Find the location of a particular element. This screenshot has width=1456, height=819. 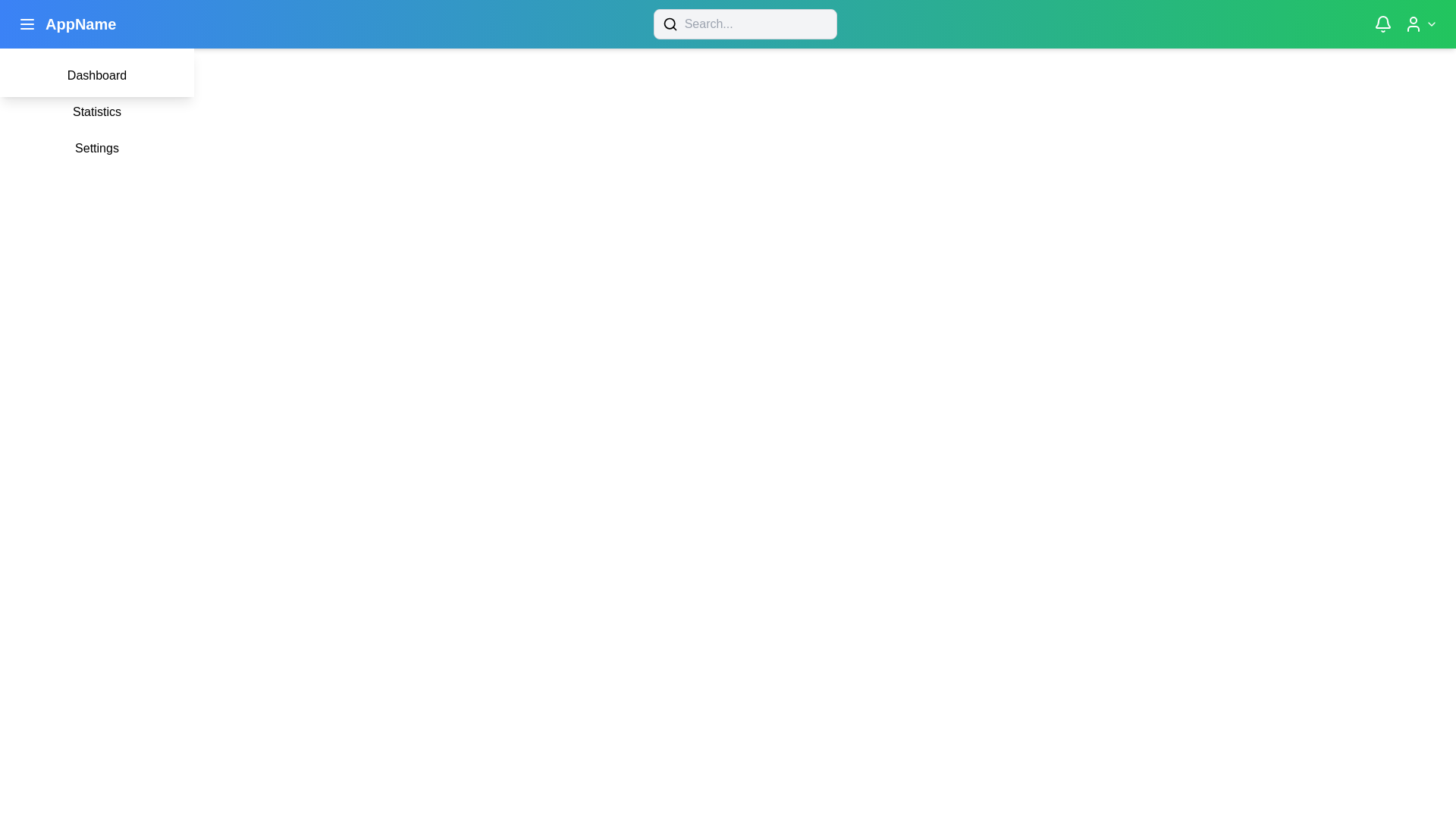

the white bell-shaped vector graphic notification icon located in the top-right corner of the application bar is located at coordinates (1383, 22).